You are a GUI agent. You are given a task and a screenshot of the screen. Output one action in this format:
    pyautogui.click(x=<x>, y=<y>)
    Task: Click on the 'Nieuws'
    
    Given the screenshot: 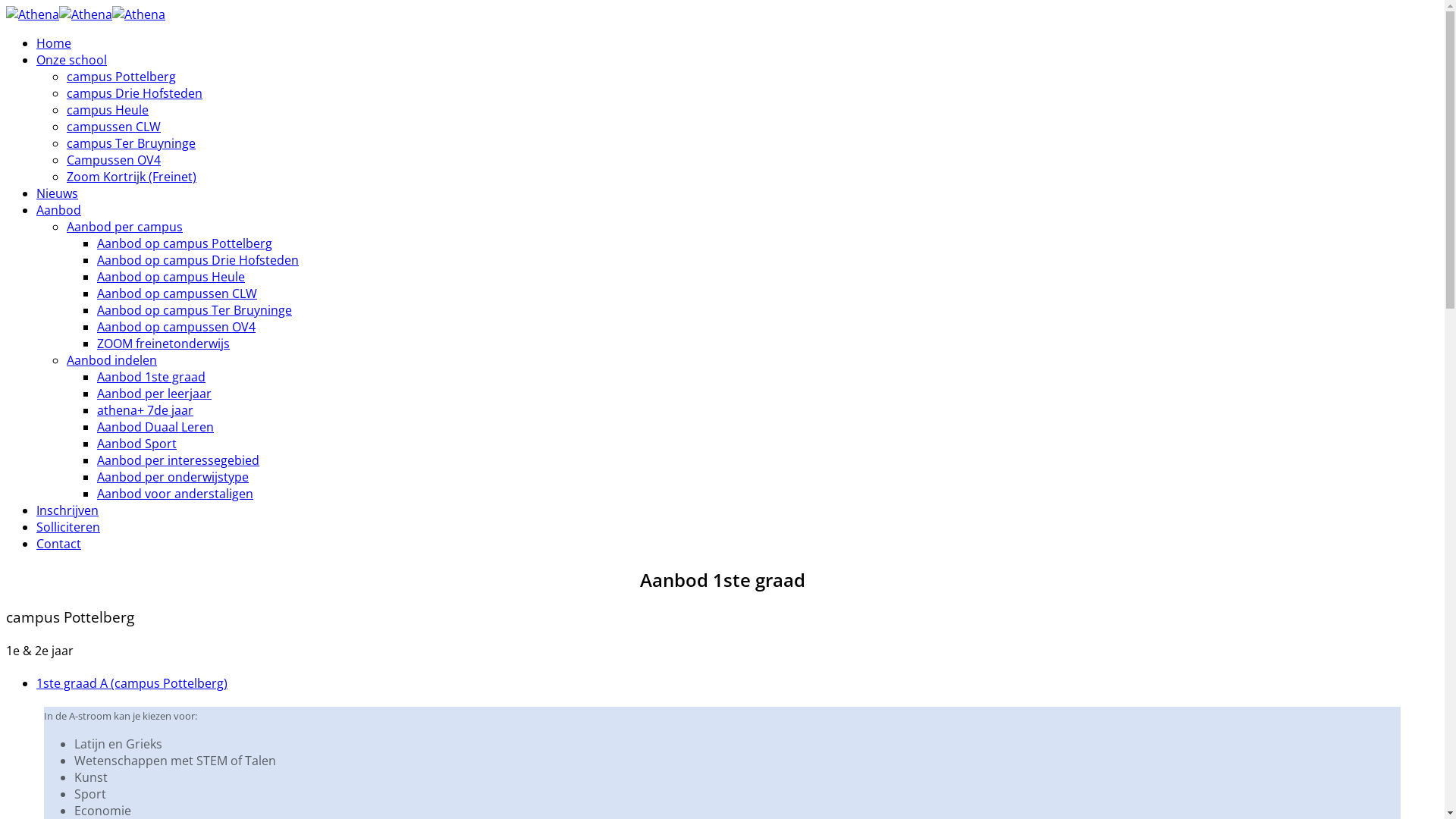 What is the action you would take?
    pyautogui.click(x=57, y=192)
    